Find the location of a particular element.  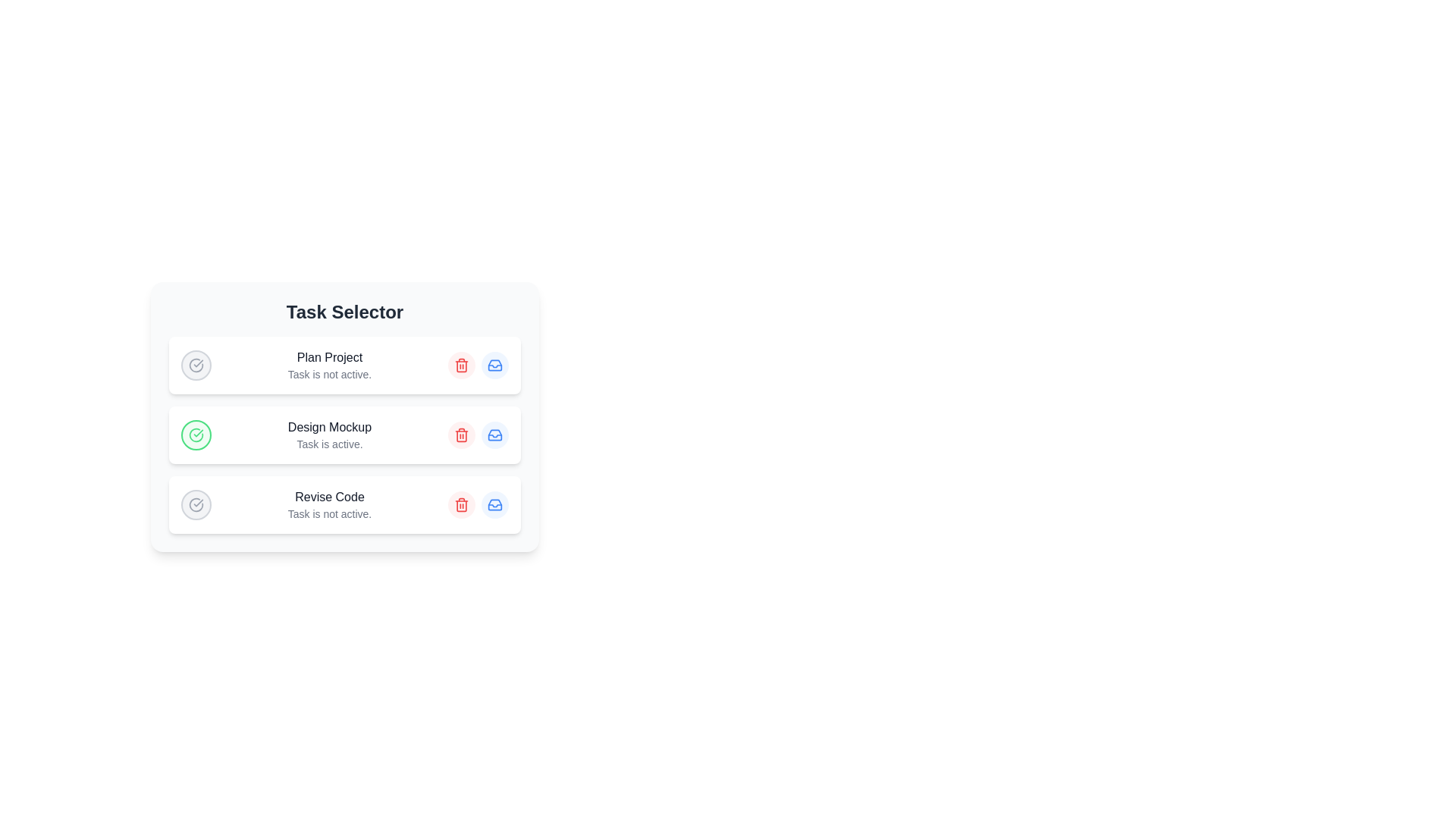

the inbox icon located on the right side of the third row in the vertically arranged button group is located at coordinates (494, 505).